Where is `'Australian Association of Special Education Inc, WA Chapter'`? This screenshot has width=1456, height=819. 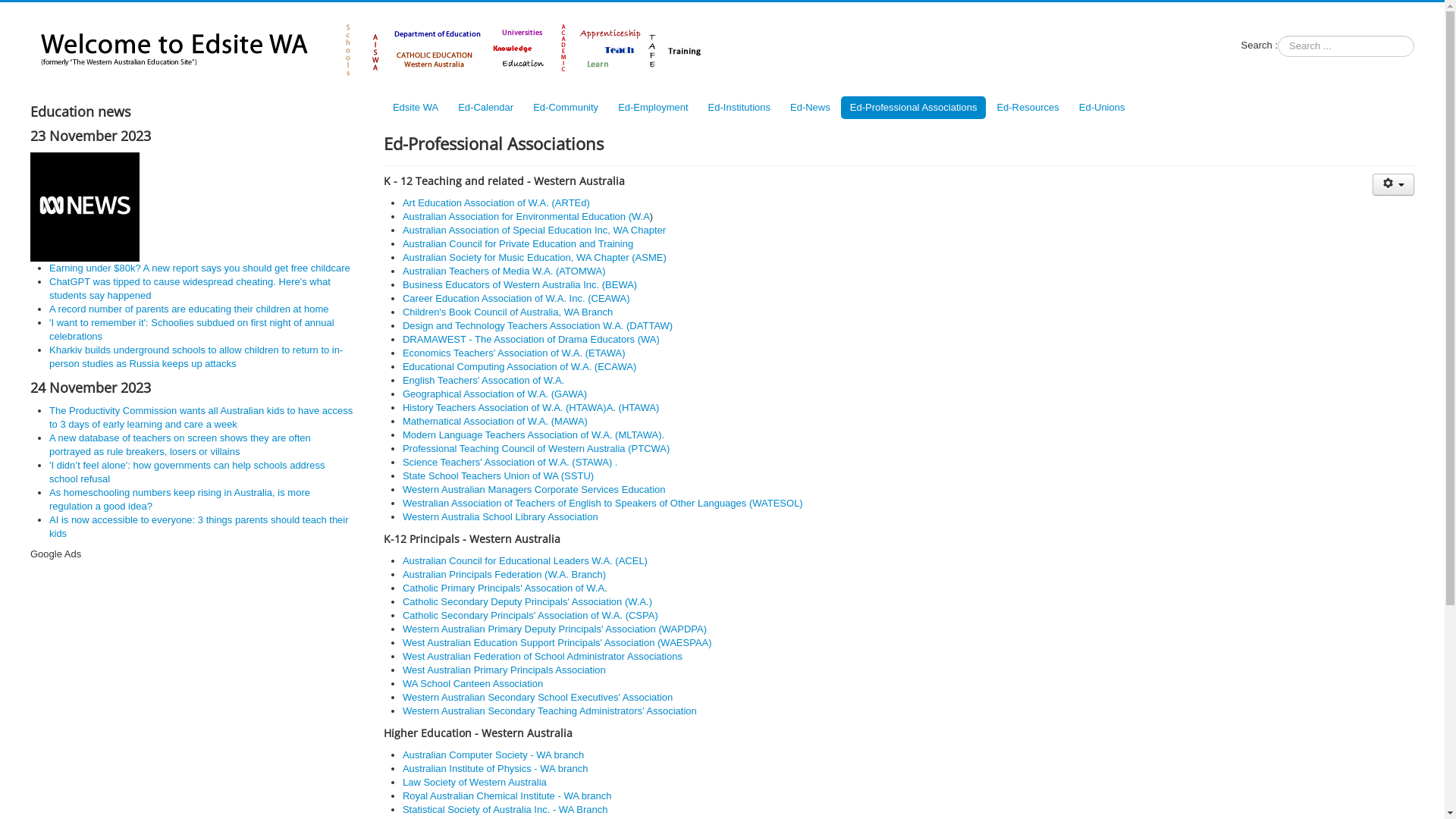
'Australian Association of Special Education Inc, WA Chapter' is located at coordinates (534, 230).